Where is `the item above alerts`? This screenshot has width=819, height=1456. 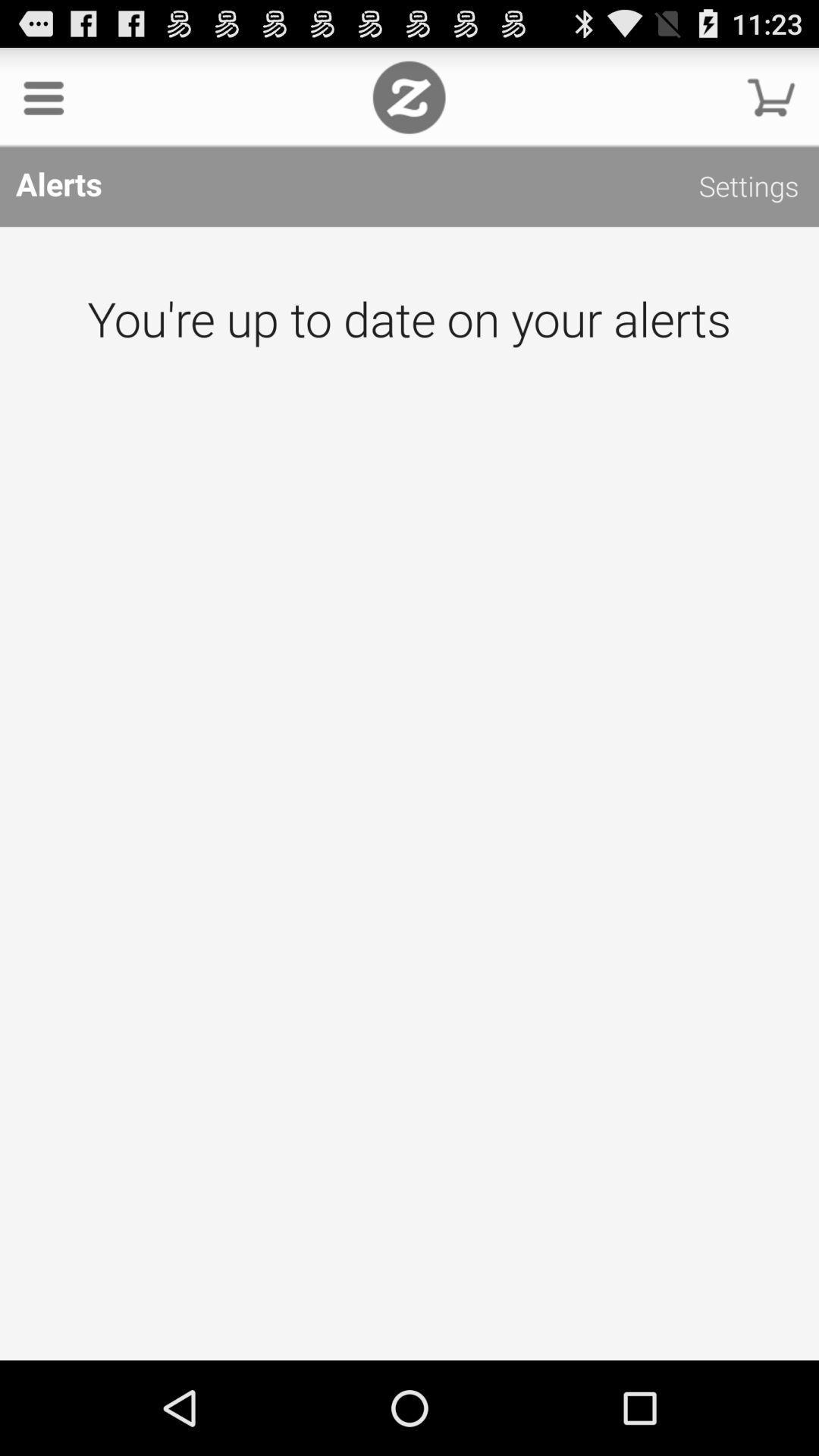
the item above alerts is located at coordinates (771, 96).